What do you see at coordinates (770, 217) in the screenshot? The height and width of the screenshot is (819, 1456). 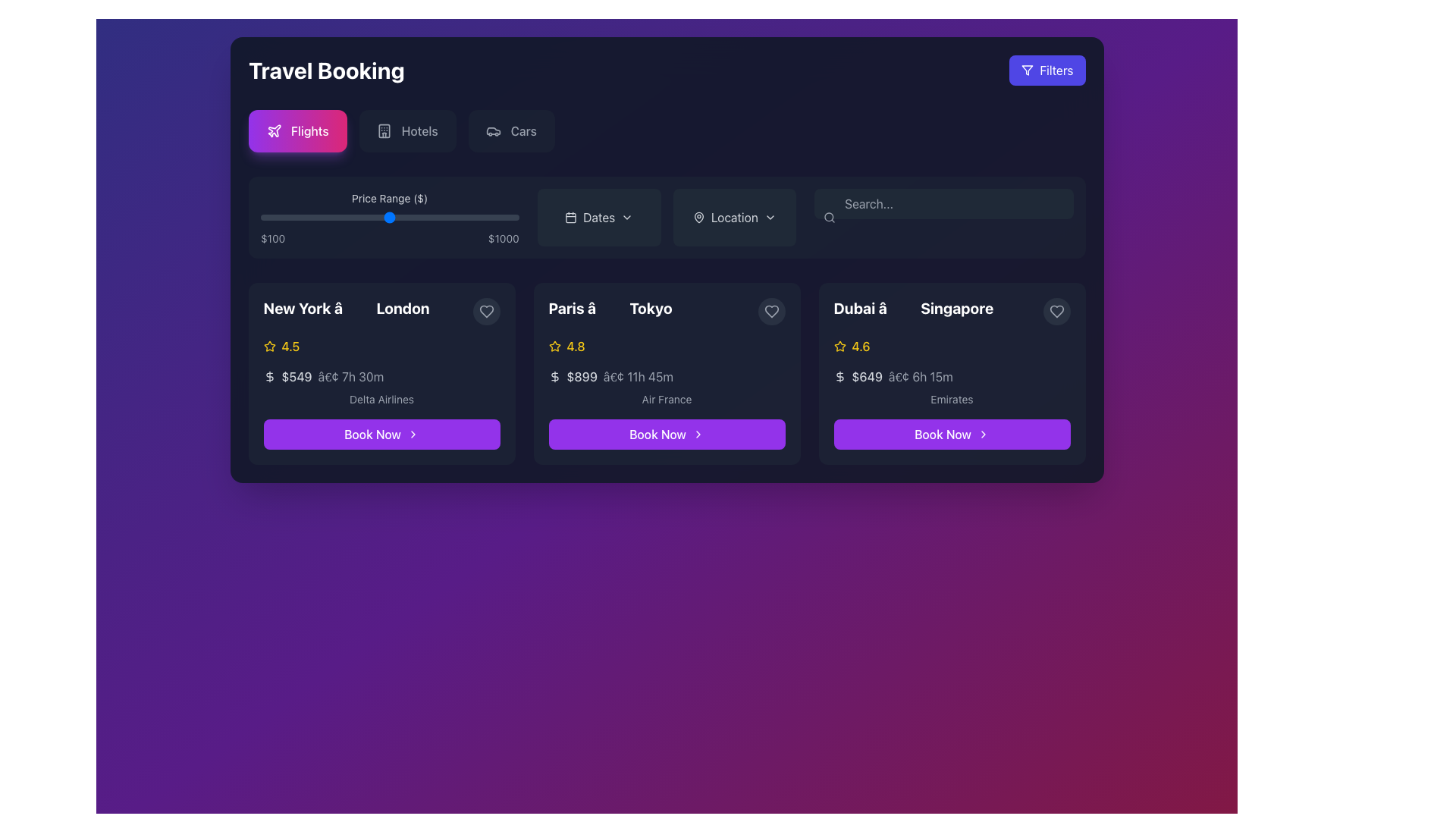 I see `the 'Location' icon in the travel booking application` at bounding box center [770, 217].